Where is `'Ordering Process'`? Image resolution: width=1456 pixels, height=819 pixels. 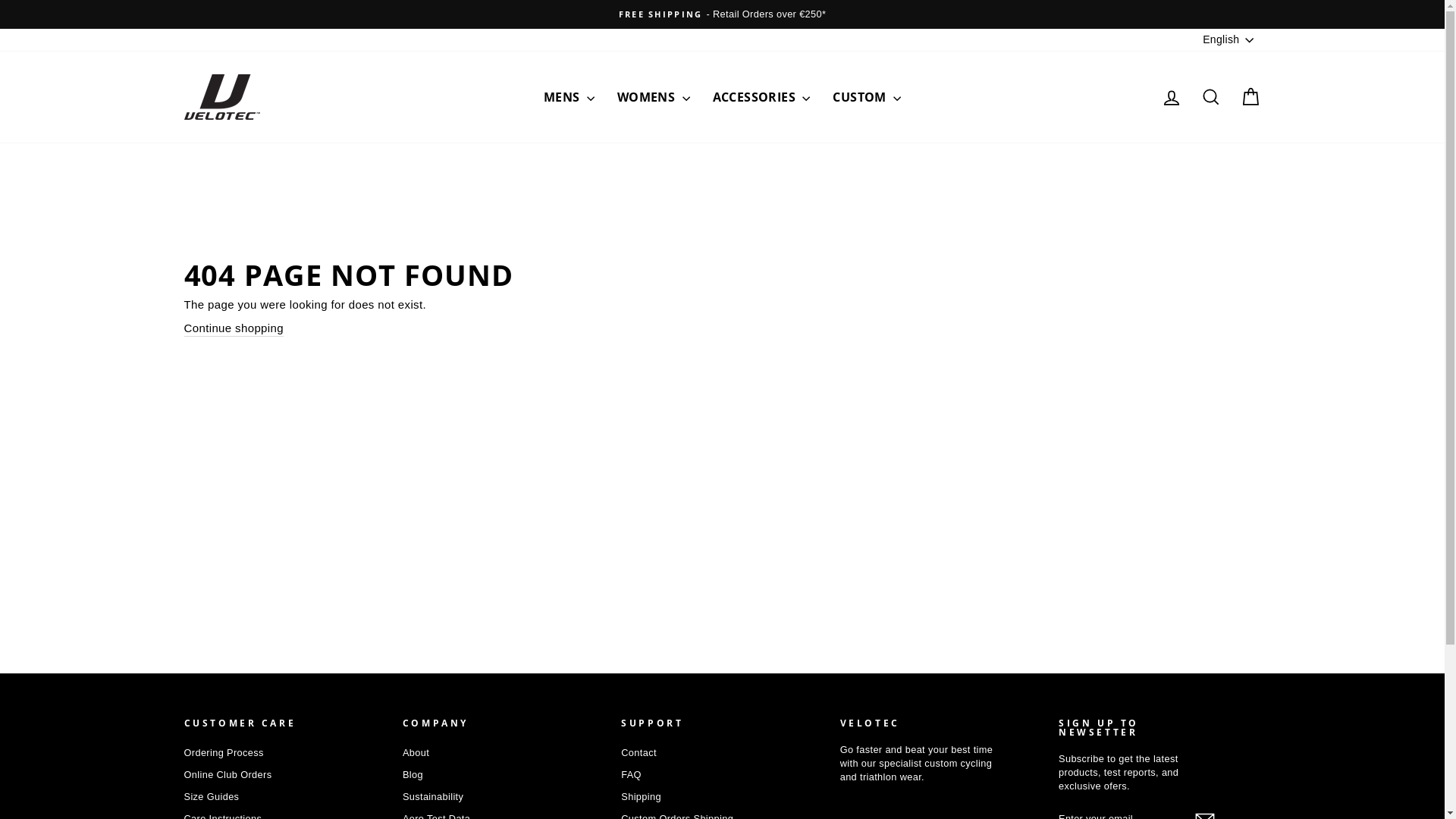 'Ordering Process' is located at coordinates (182, 752).